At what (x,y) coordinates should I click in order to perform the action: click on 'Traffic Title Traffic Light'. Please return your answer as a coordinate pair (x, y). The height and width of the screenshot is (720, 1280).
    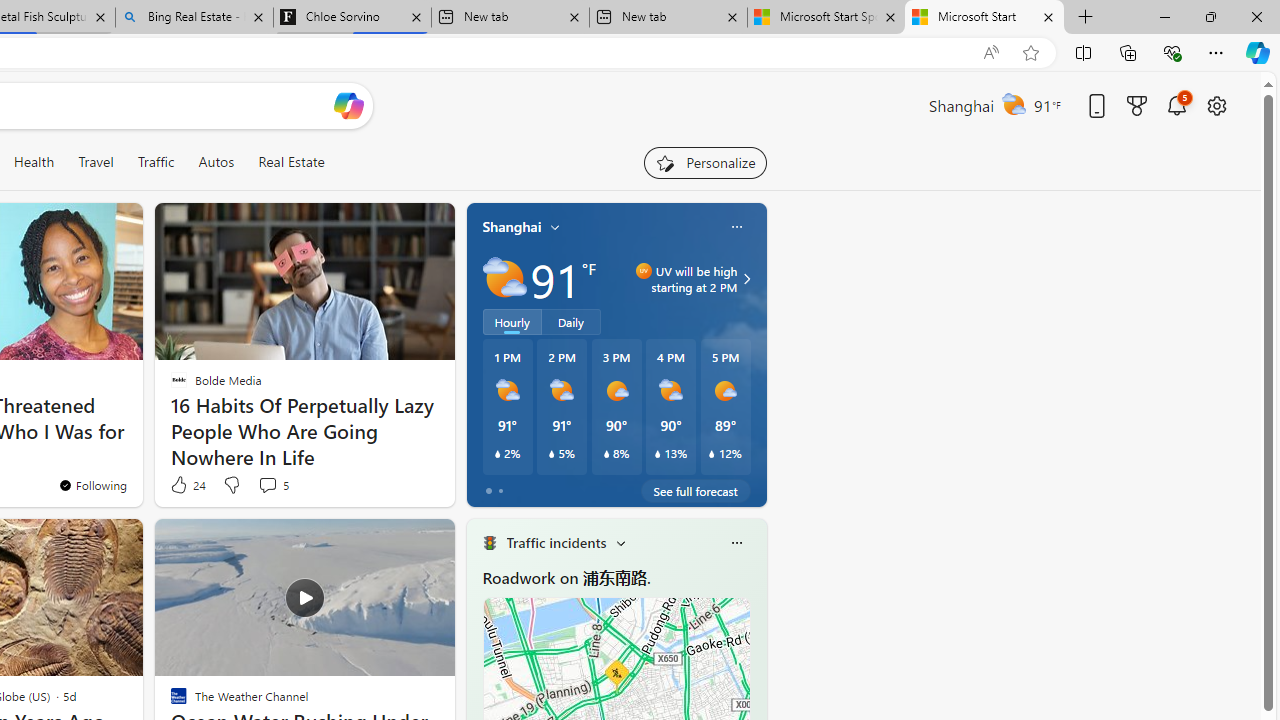
    Looking at the image, I should click on (489, 542).